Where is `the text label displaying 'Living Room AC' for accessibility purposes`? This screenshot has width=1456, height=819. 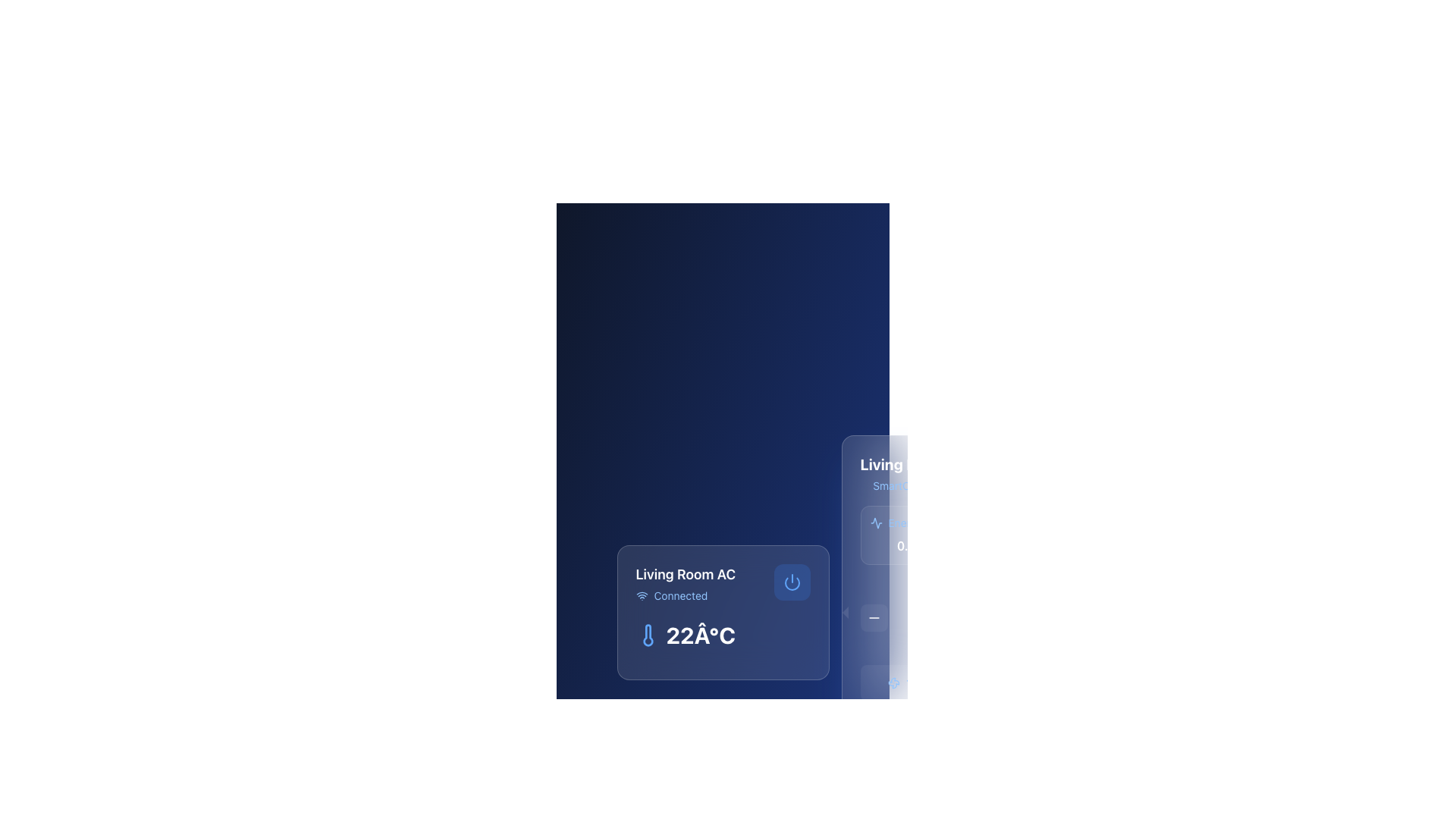
the text label displaying 'Living Room AC' for accessibility purposes is located at coordinates (985, 472).